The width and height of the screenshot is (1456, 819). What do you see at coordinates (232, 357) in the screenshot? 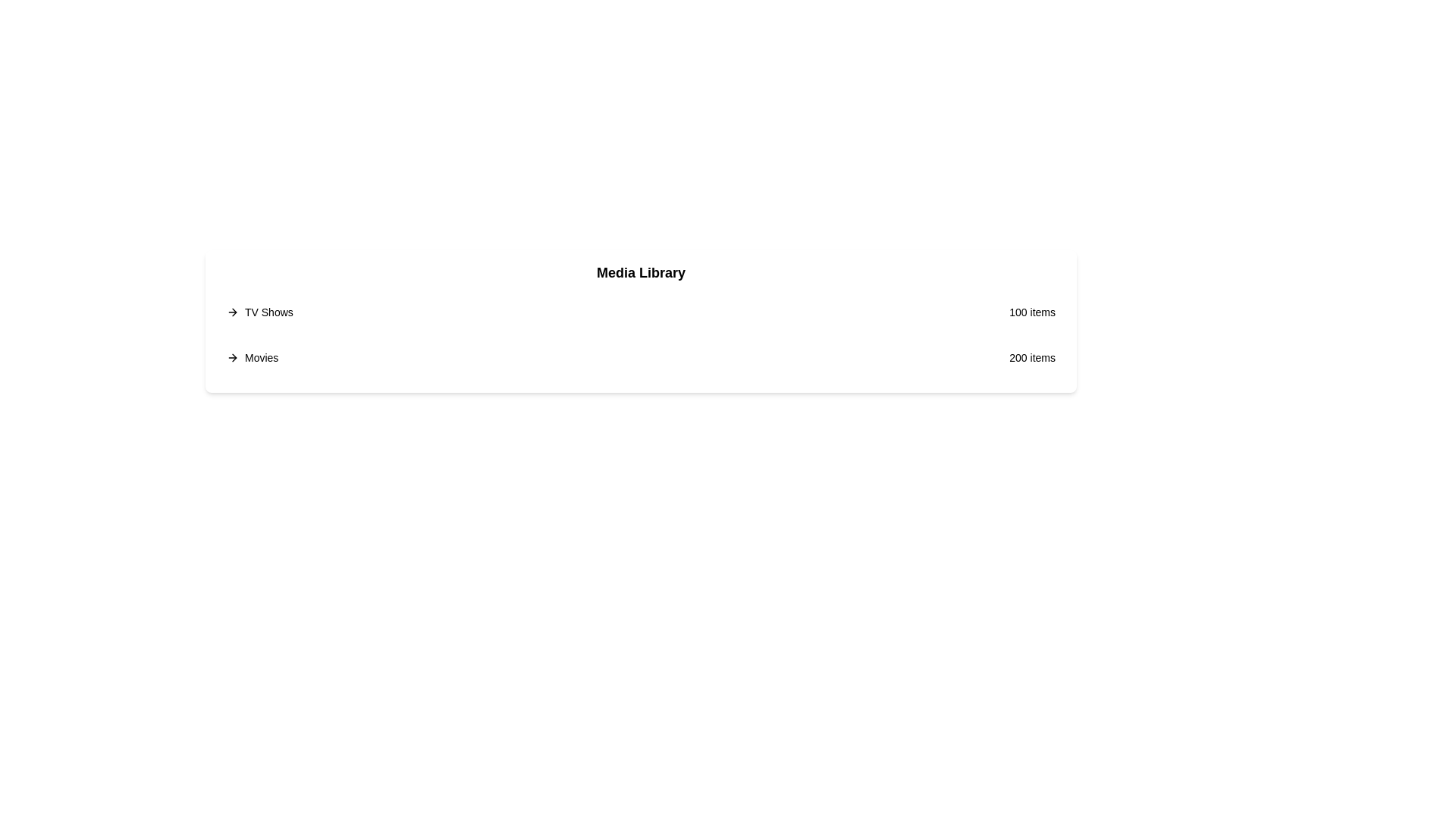
I see `the small right-pointing arrow icon located to the left of the 'Movies' text in the second list item of the Media Library` at bounding box center [232, 357].